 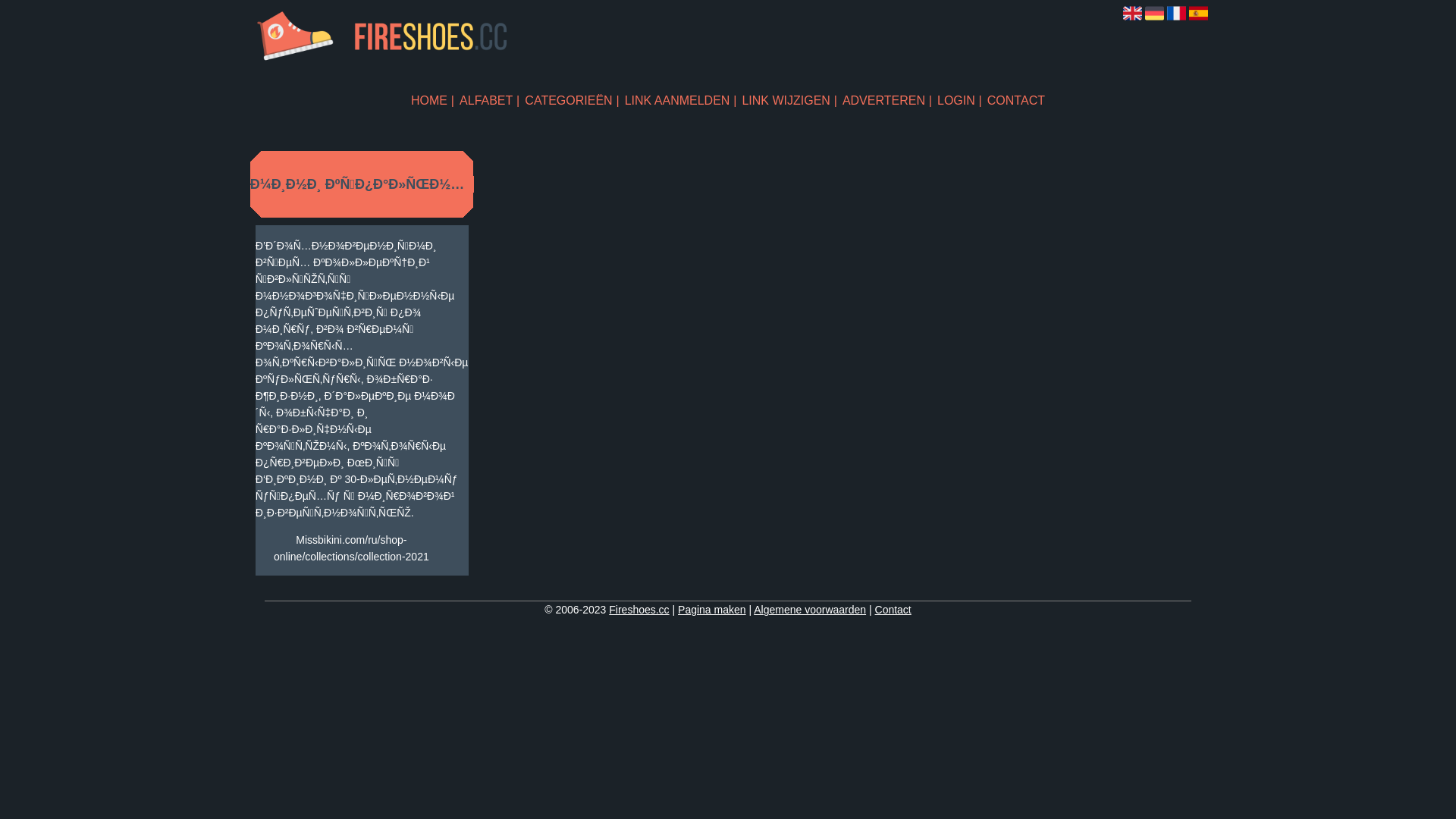 What do you see at coordinates (809, 608) in the screenshot?
I see `'Algemene voorwaarden'` at bounding box center [809, 608].